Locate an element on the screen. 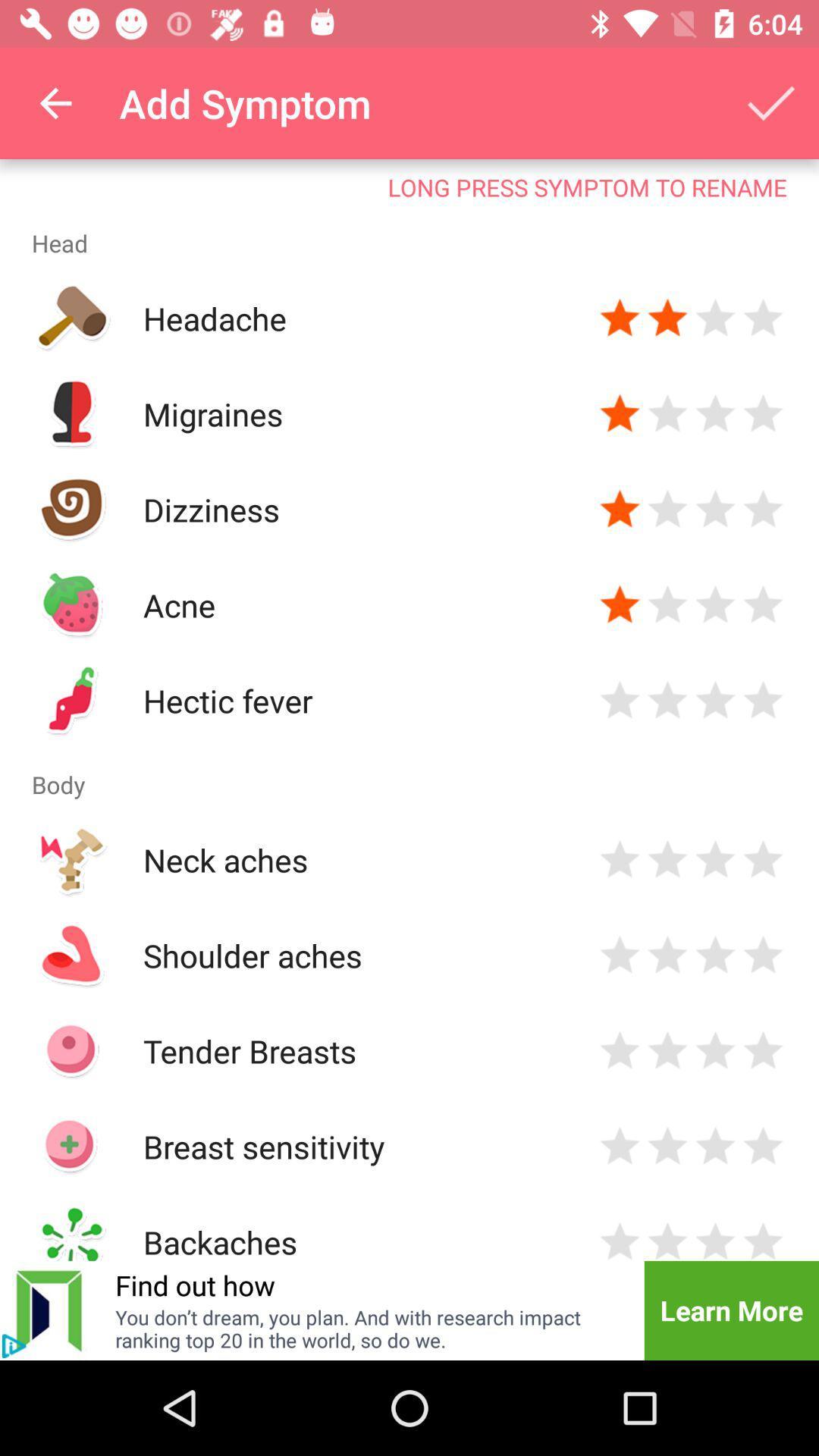 The width and height of the screenshot is (819, 1456). rate 3 is located at coordinates (715, 859).